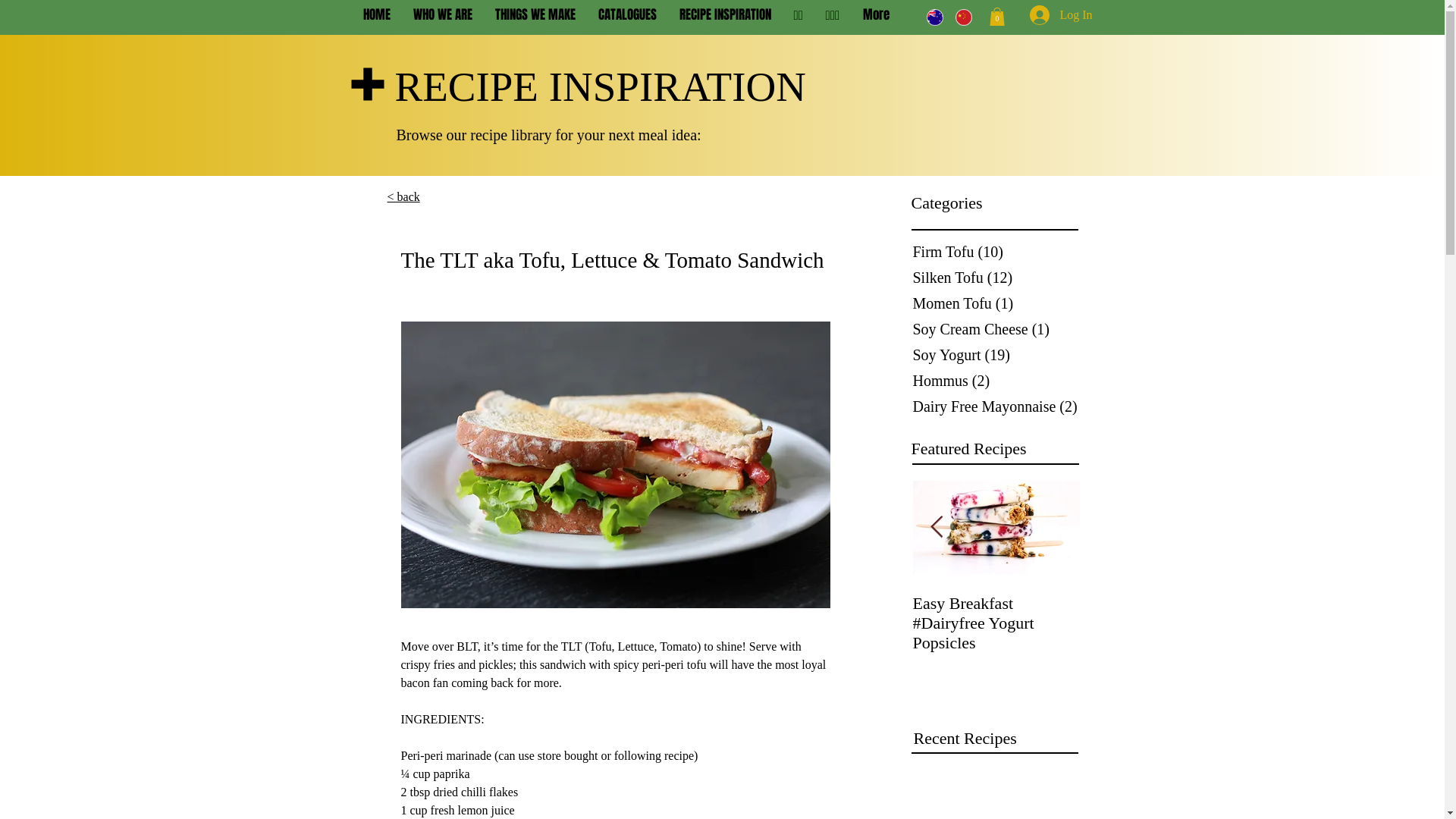 This screenshot has height=819, width=1456. What do you see at coordinates (997, 406) in the screenshot?
I see `'Dairy Free Mayonnaise (2)'` at bounding box center [997, 406].